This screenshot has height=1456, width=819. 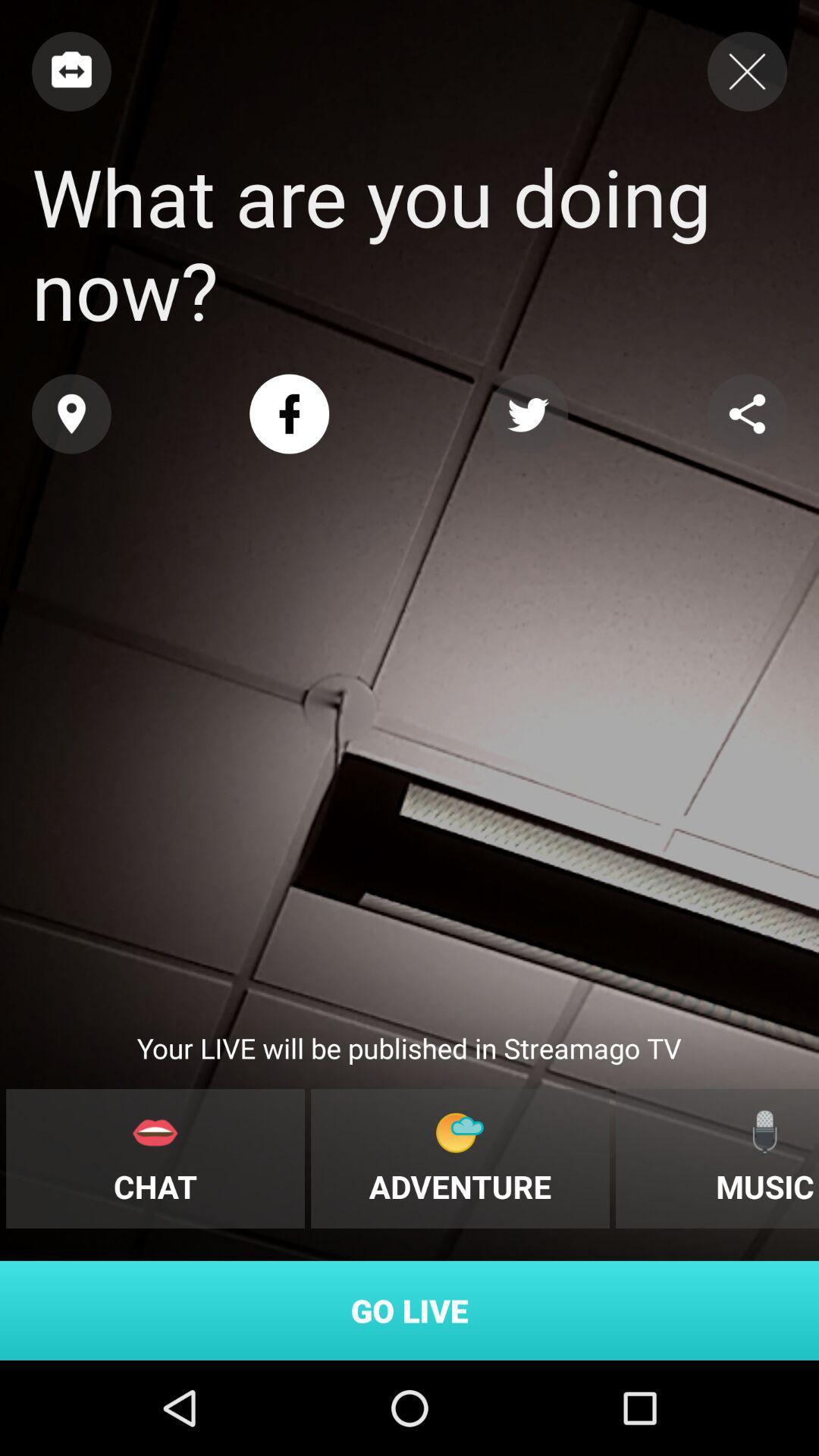 What do you see at coordinates (746, 414) in the screenshot?
I see `share` at bounding box center [746, 414].